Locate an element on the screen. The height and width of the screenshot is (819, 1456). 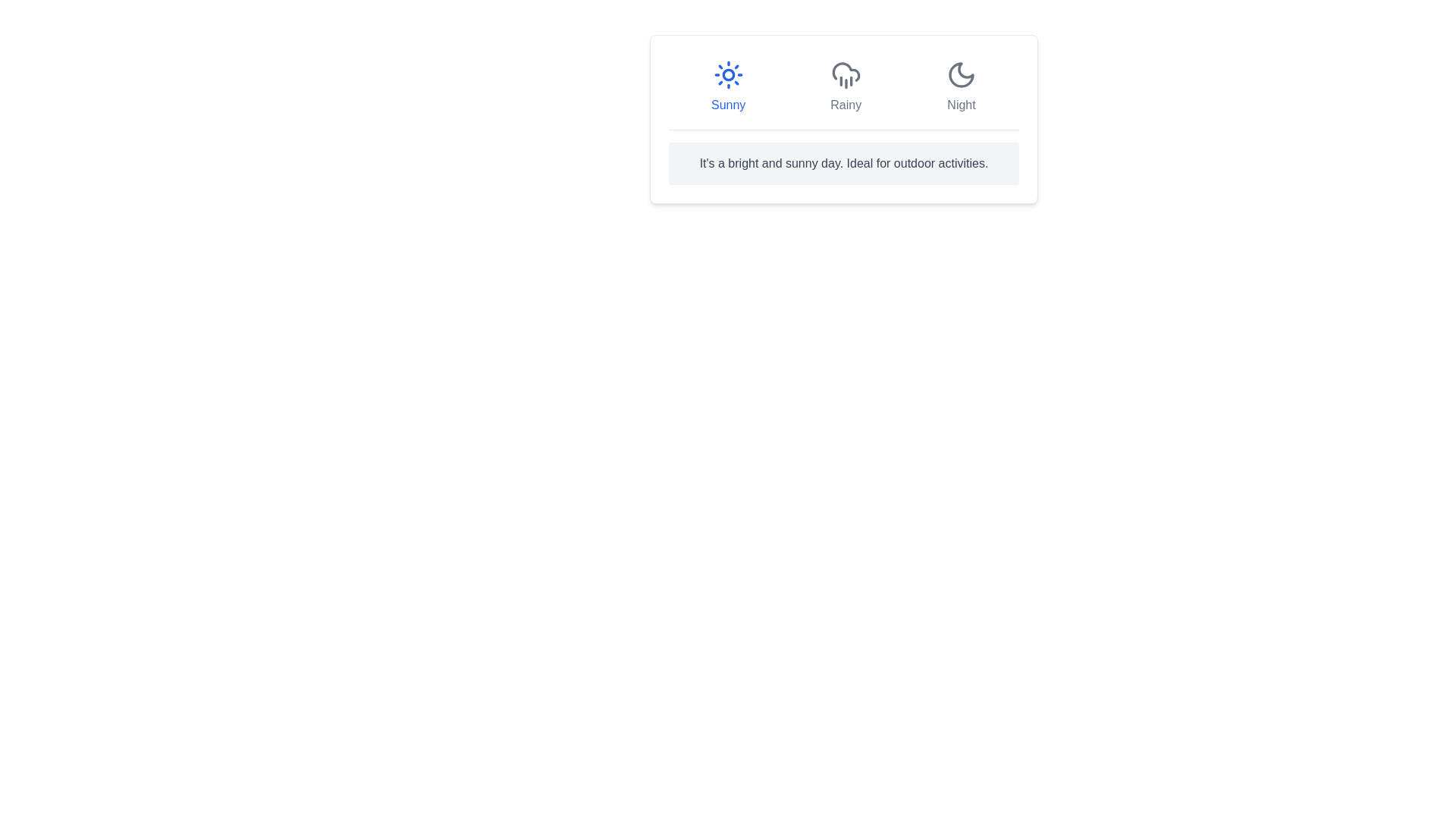
the Sunny tab is located at coordinates (728, 87).